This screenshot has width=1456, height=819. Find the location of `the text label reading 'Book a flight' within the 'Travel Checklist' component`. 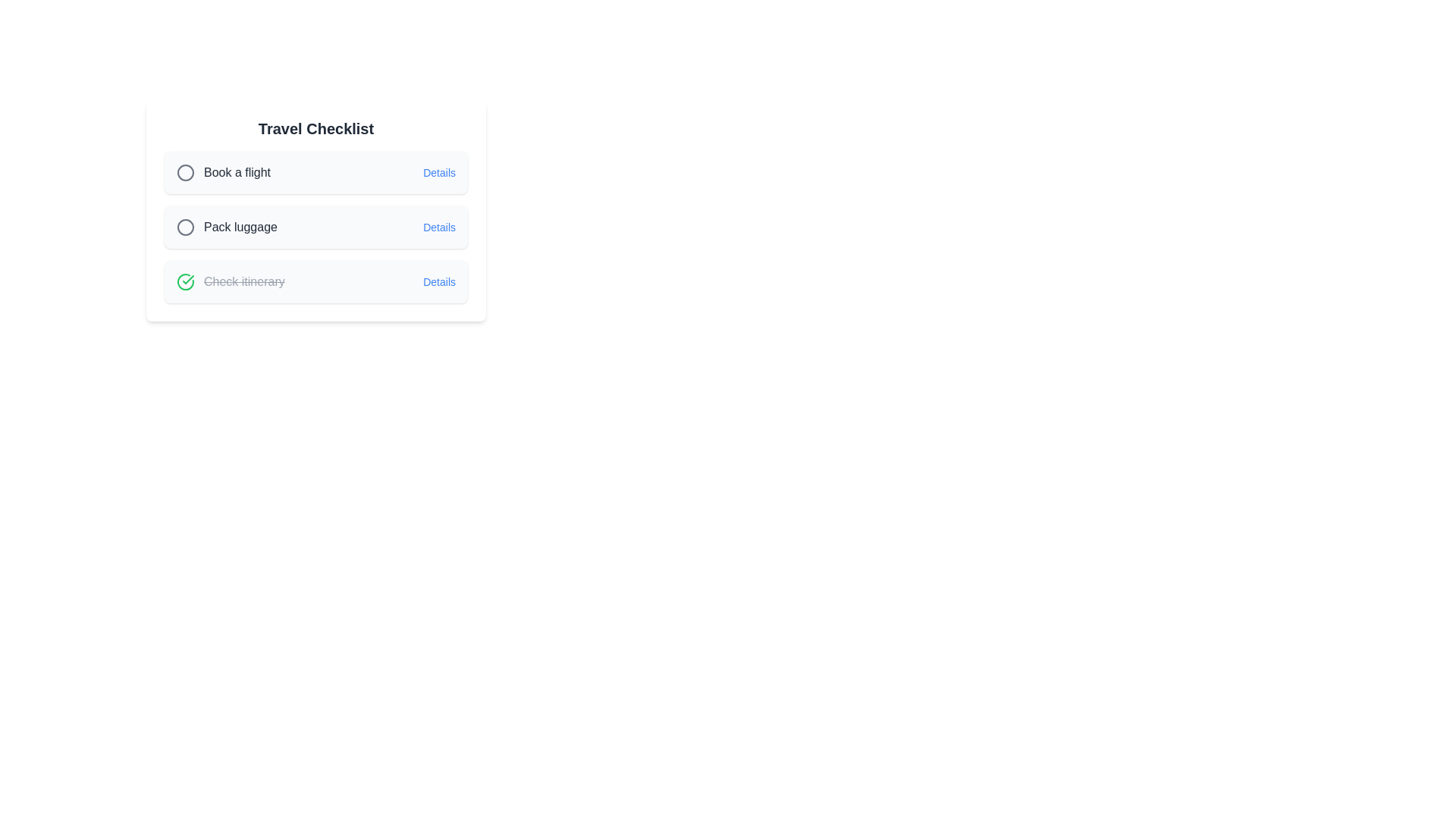

the text label reading 'Book a flight' within the 'Travel Checklist' component is located at coordinates (236, 171).